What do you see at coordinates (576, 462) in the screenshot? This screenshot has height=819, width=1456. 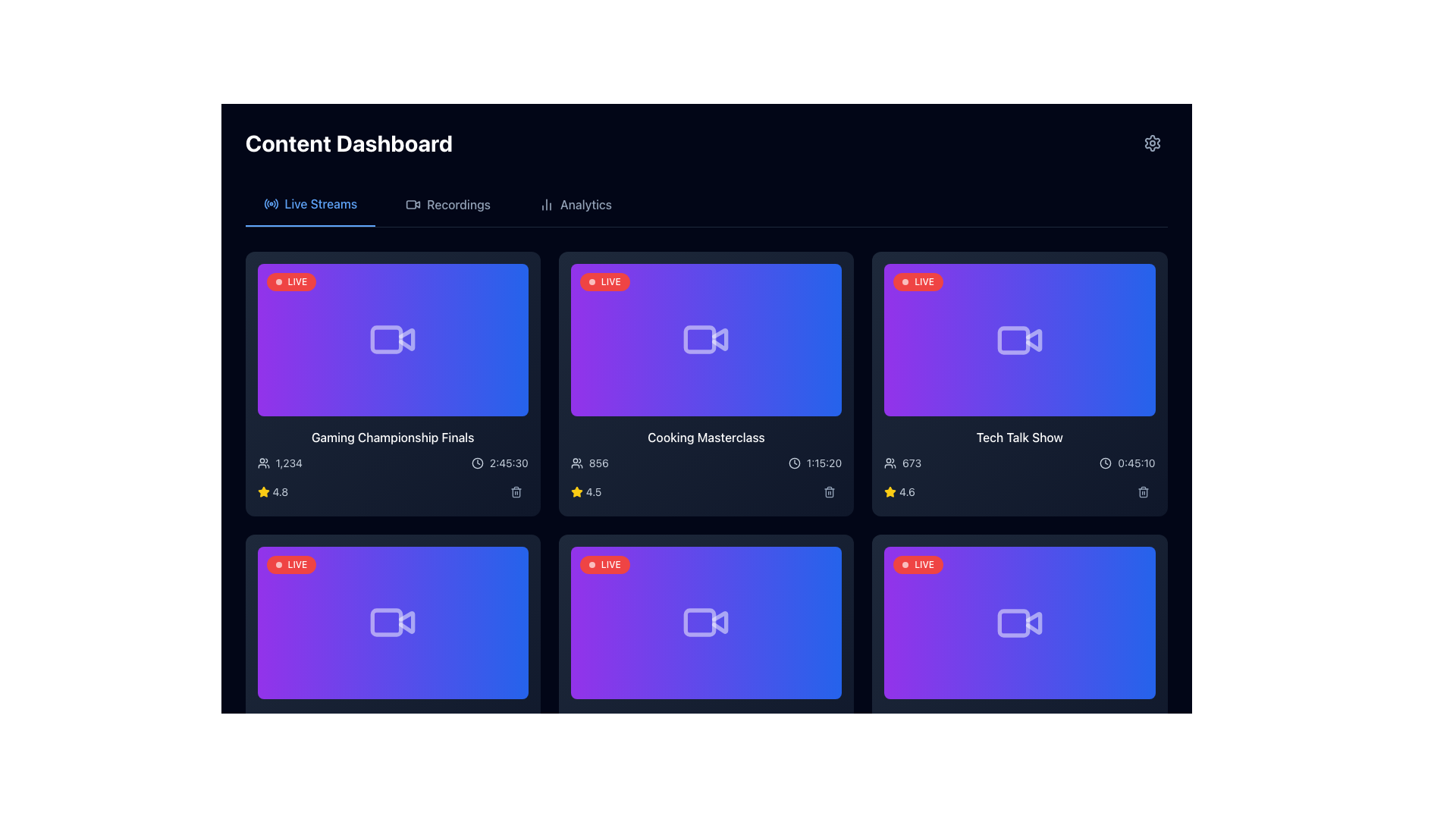 I see `the audience metric icon located in the second column of the top row of the content grid, positioned to the left of the number '856'` at bounding box center [576, 462].